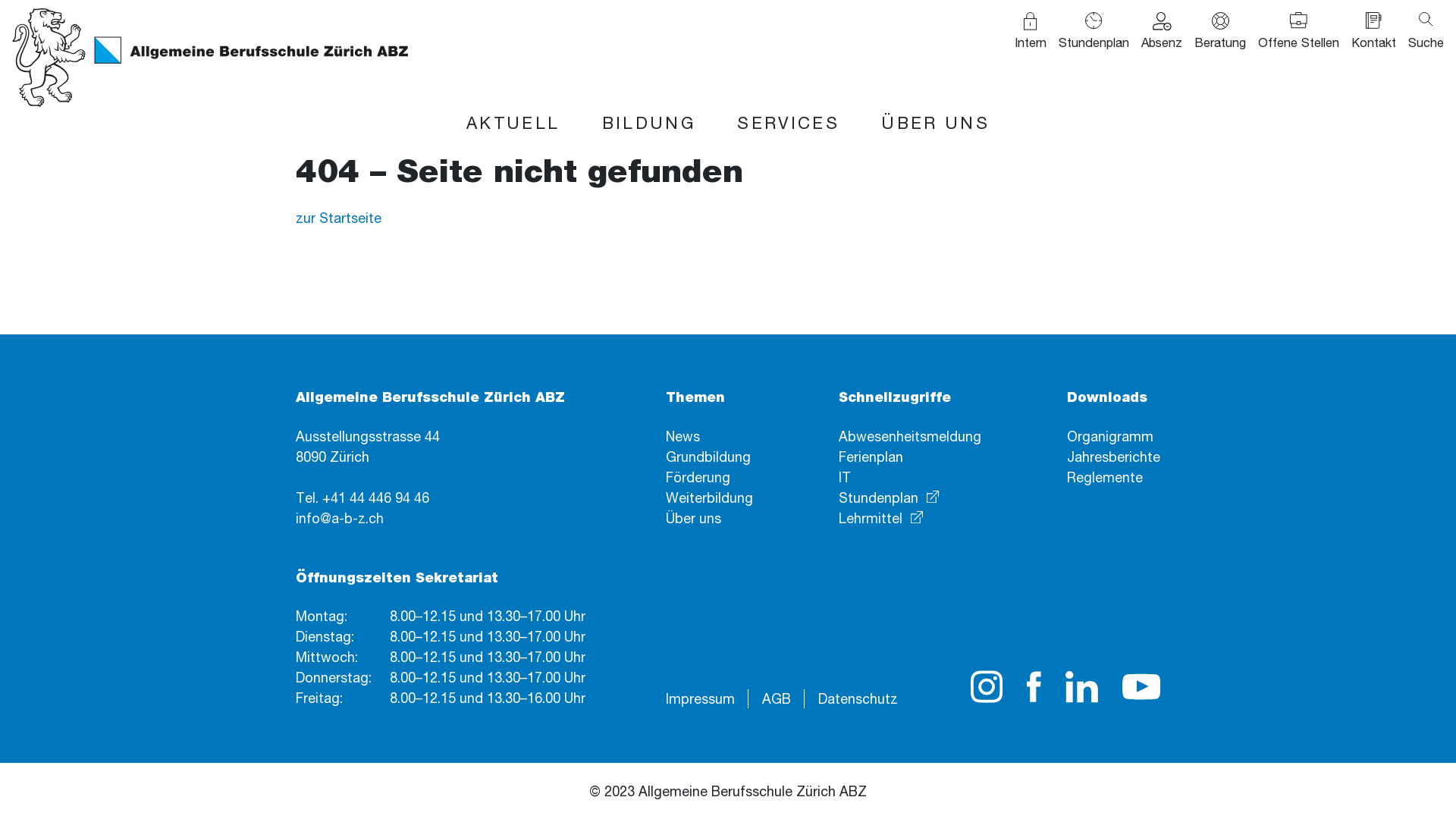 Image resolution: width=1456 pixels, height=819 pixels. I want to click on 'SERVICES', so click(788, 122).